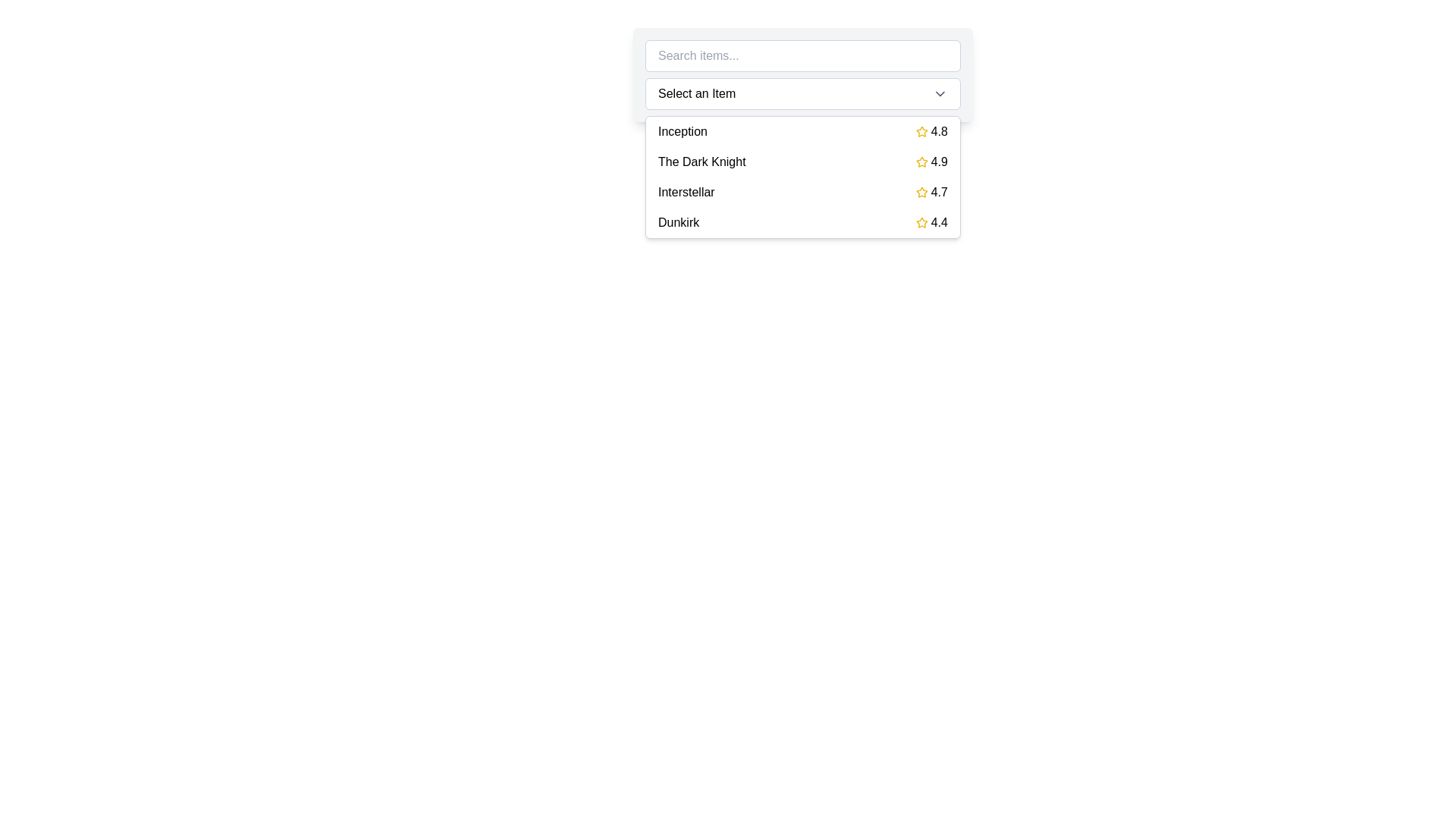 The height and width of the screenshot is (819, 1456). What do you see at coordinates (802, 177) in the screenshot?
I see `the movie dropdown menu located below the 'Select an Item' trigger` at bounding box center [802, 177].